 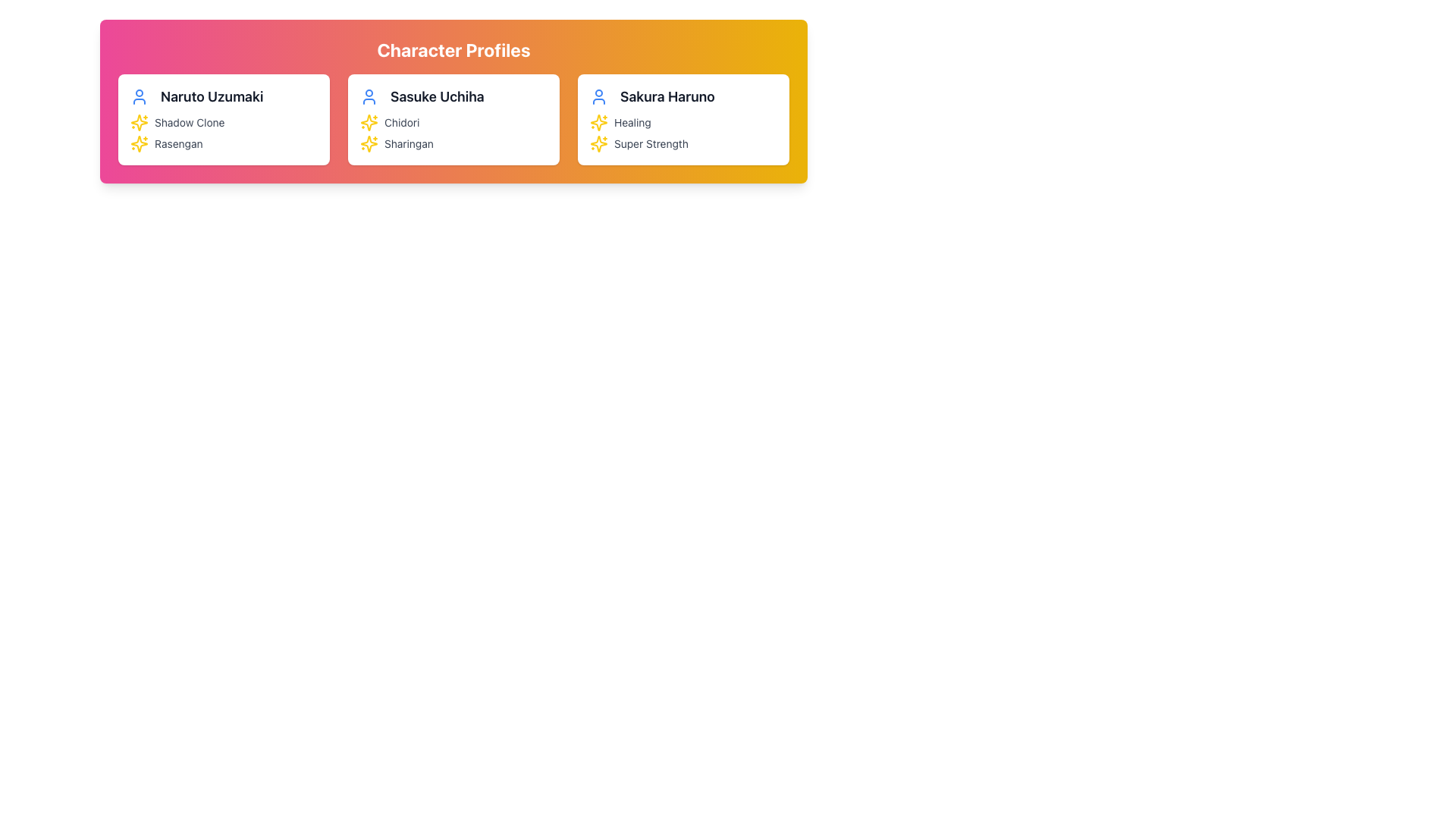 What do you see at coordinates (598, 143) in the screenshot?
I see `the visual design of the decorative icon representing 'Super Strength' located within the 'Sakura Haruno' card, beside the descriptive text` at bounding box center [598, 143].